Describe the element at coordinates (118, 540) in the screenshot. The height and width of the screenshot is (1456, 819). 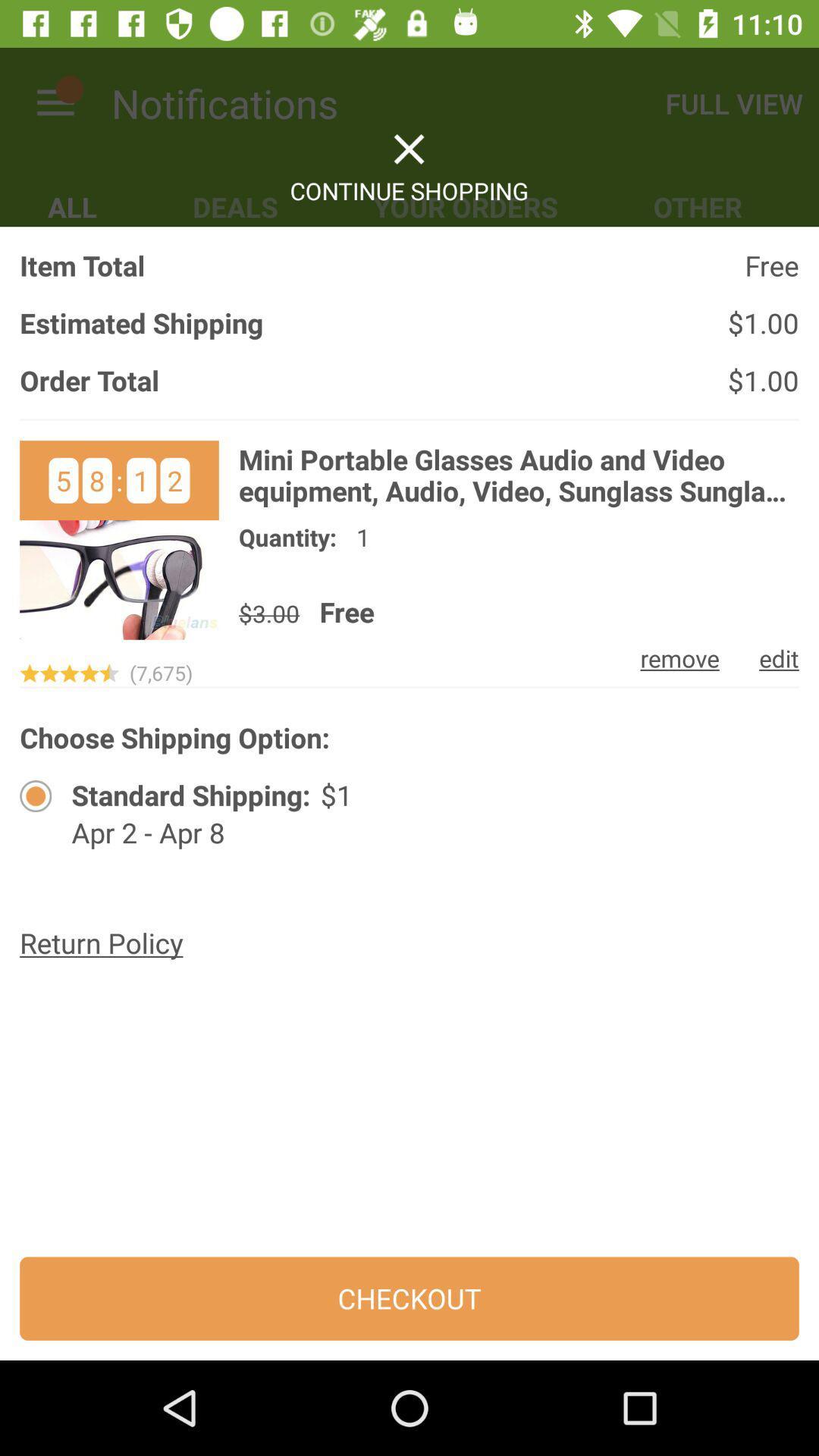
I see `item detail` at that location.